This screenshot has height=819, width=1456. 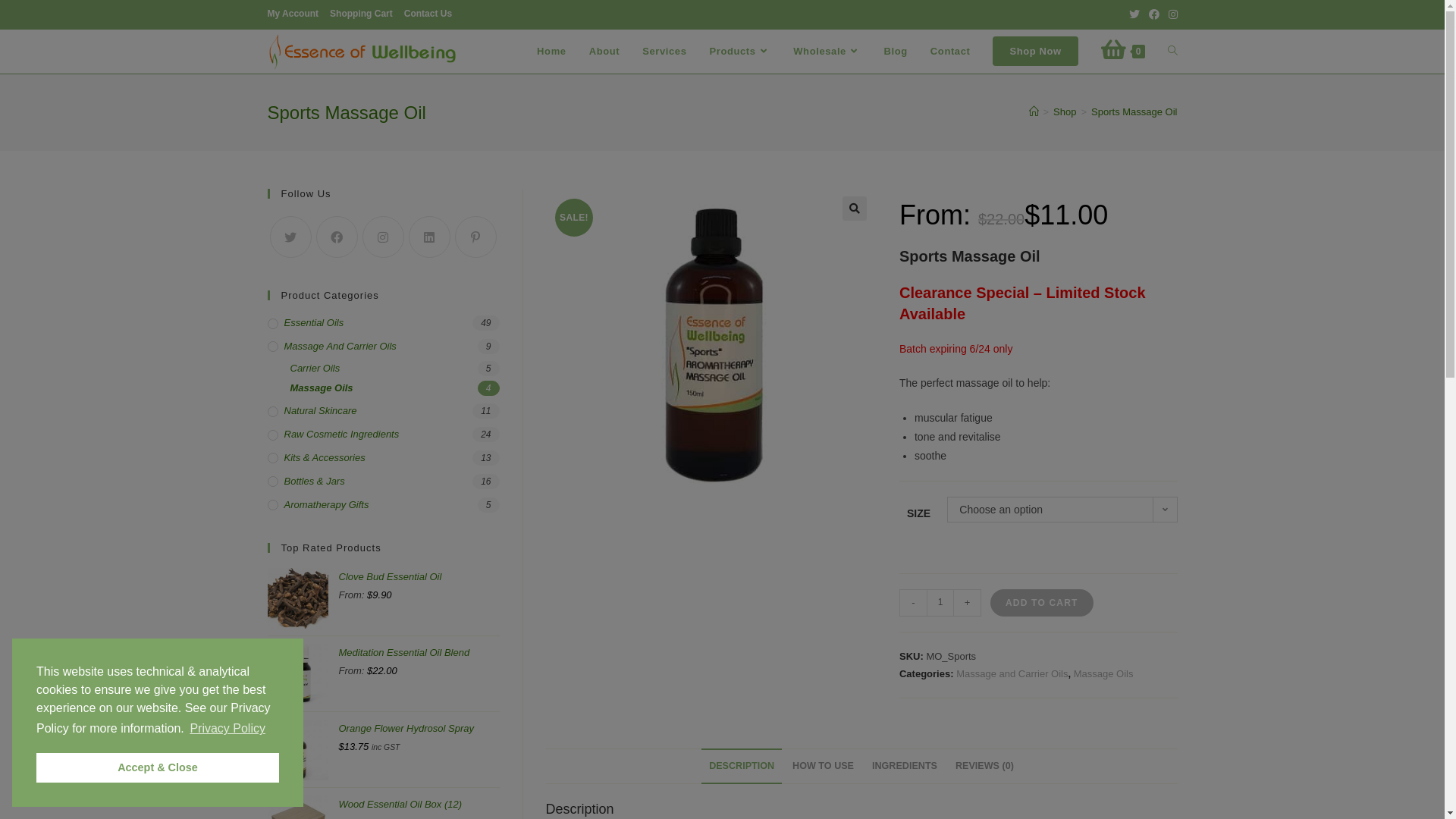 I want to click on 'HOW TO USE', so click(x=785, y=766).